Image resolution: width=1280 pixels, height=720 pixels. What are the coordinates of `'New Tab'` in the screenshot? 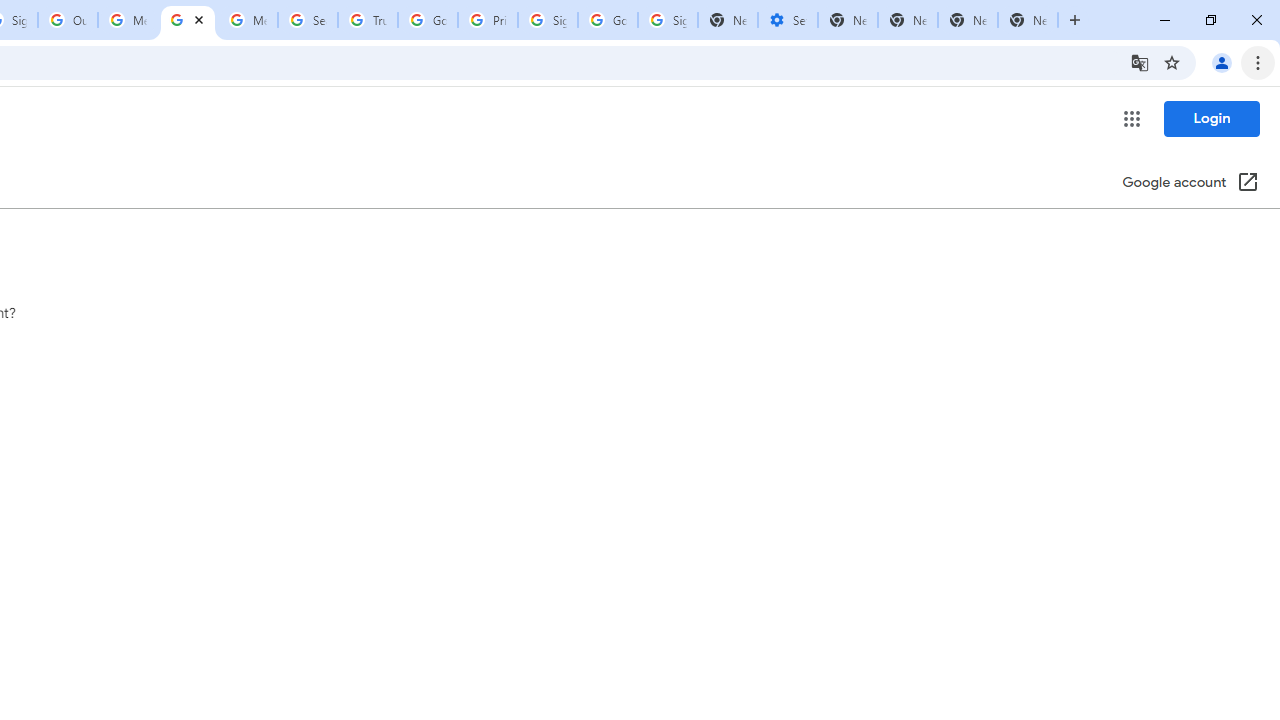 It's located at (1028, 20).